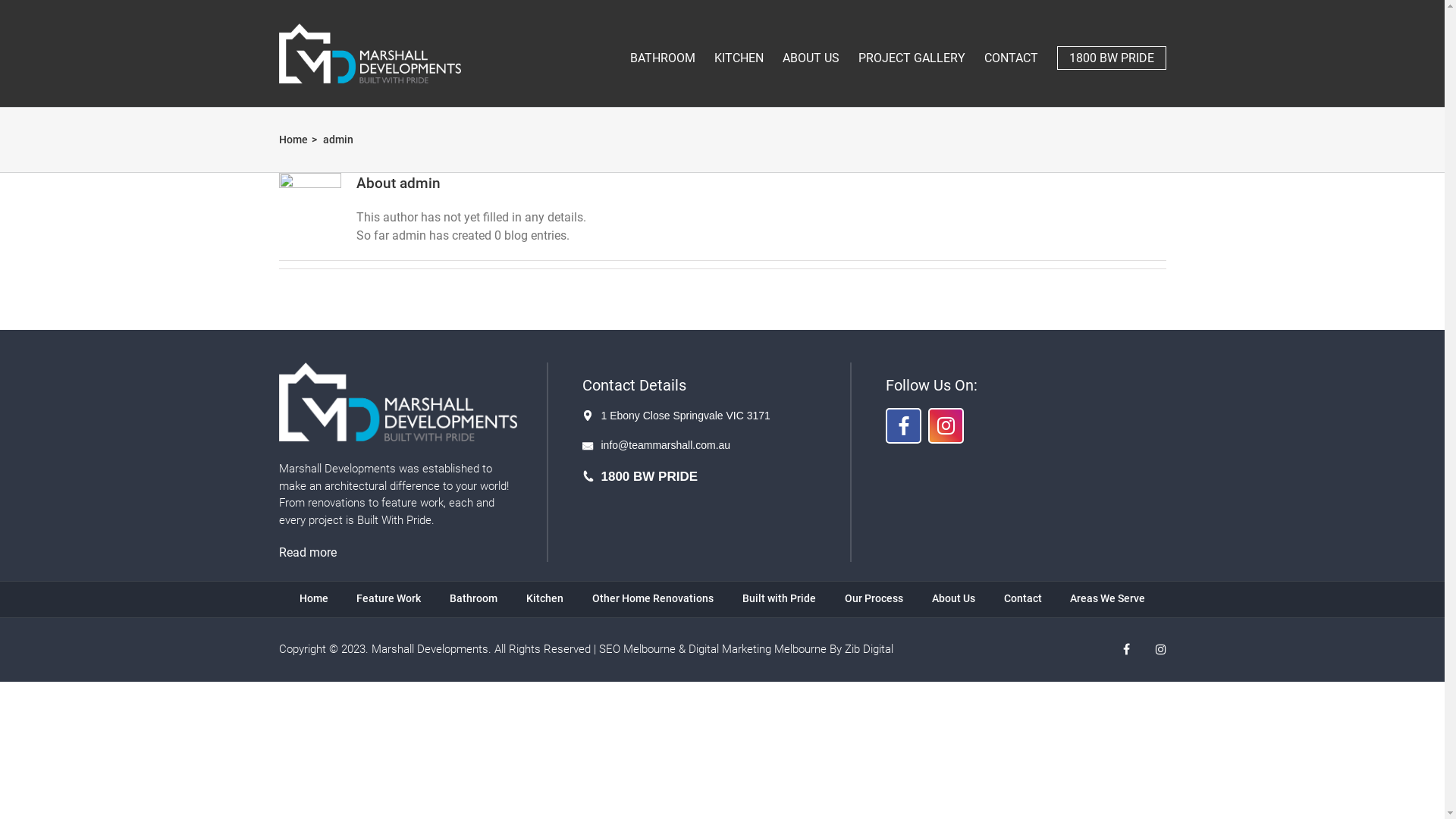 The image size is (1456, 819). What do you see at coordinates (1011, 49) in the screenshot?
I see `'CONTACT'` at bounding box center [1011, 49].